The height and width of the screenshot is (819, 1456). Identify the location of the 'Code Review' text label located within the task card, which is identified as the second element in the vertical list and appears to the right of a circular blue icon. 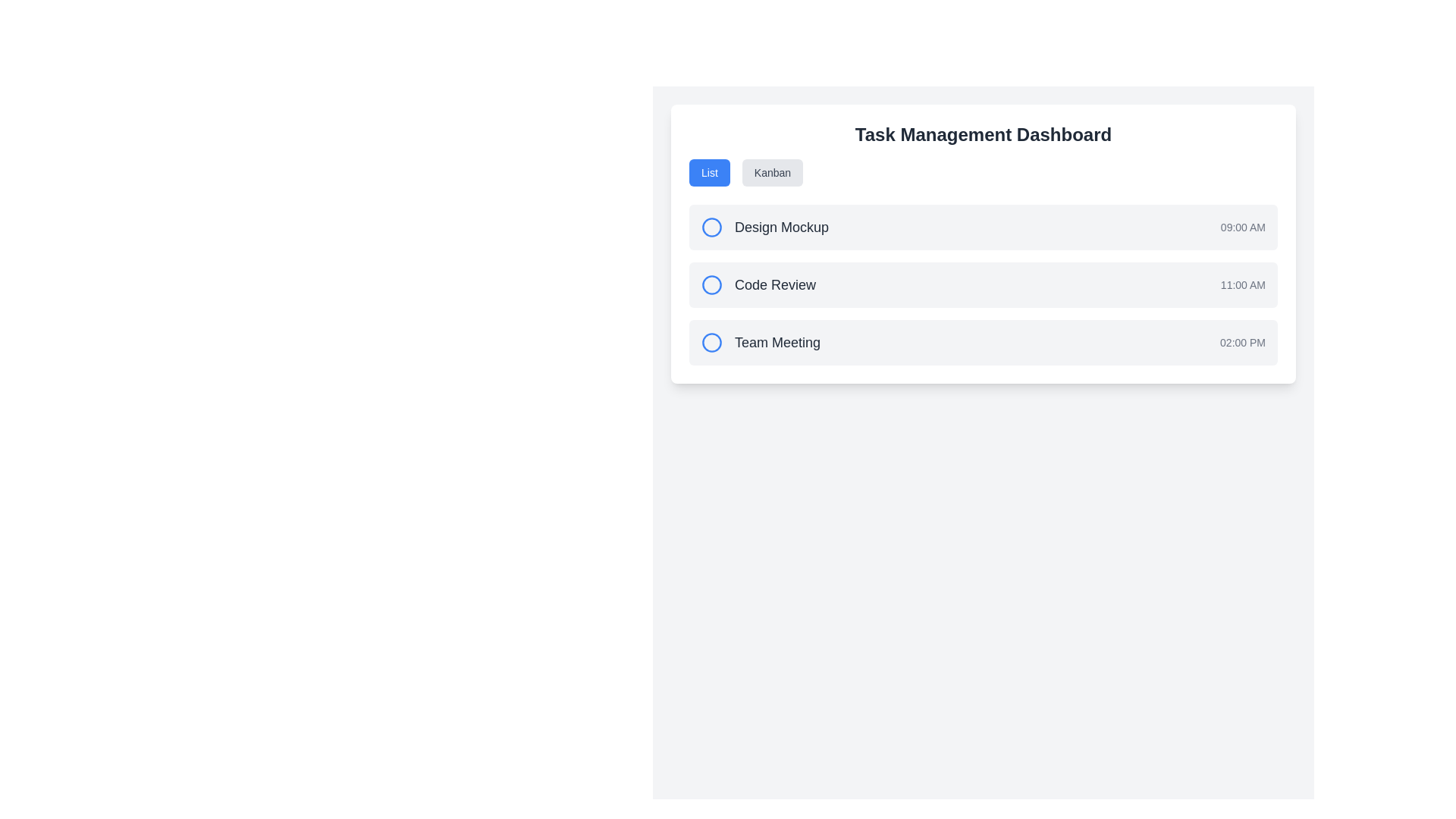
(758, 284).